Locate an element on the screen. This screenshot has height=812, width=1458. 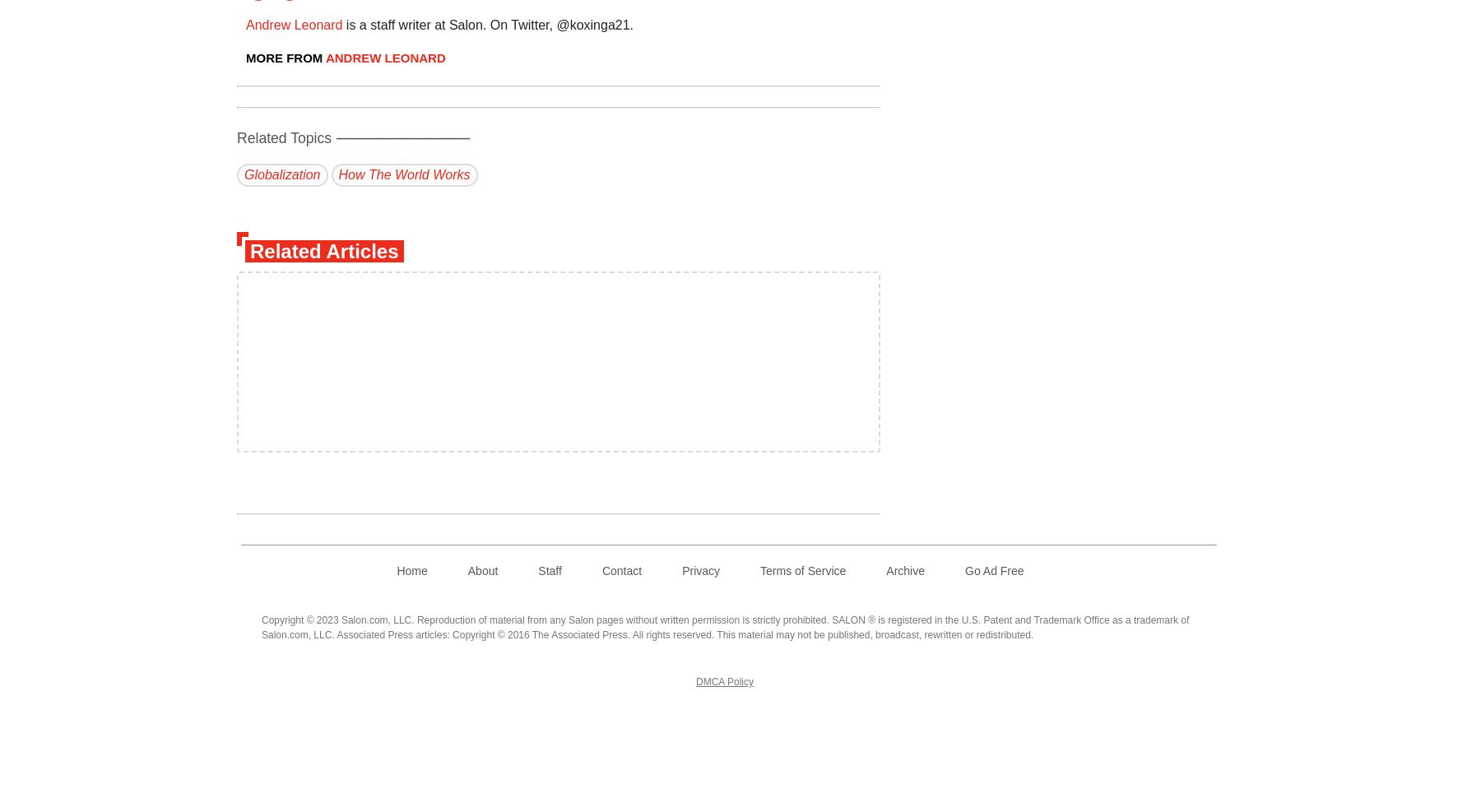
'is a staff writer at Salon. On Twitter, @koxinga21.' is located at coordinates (488, 24).